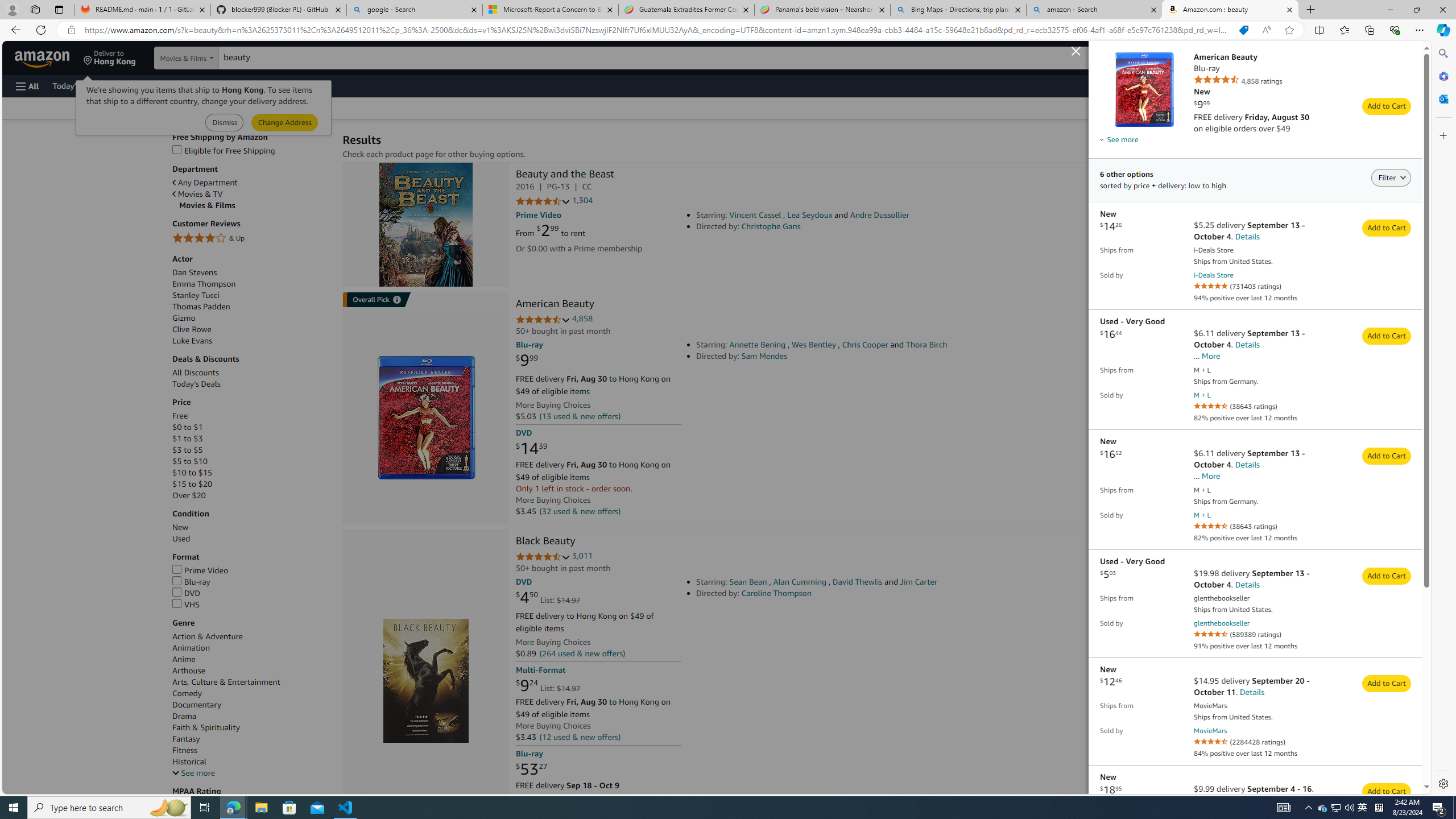 Image resolution: width=1456 pixels, height=819 pixels. What do you see at coordinates (770, 226) in the screenshot?
I see `'Christophe Gans'` at bounding box center [770, 226].